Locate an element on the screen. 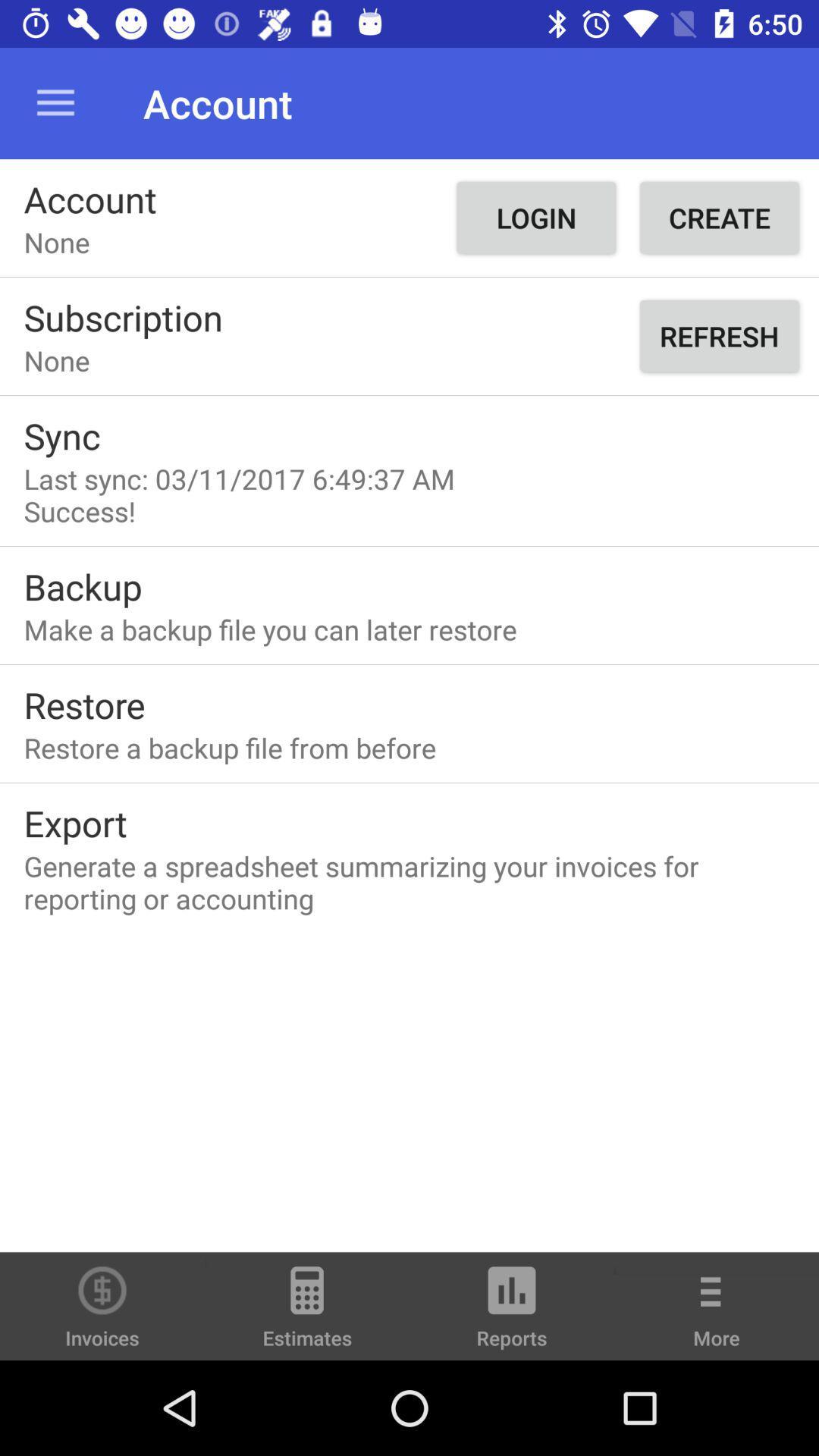 The height and width of the screenshot is (1456, 819). create item is located at coordinates (718, 217).